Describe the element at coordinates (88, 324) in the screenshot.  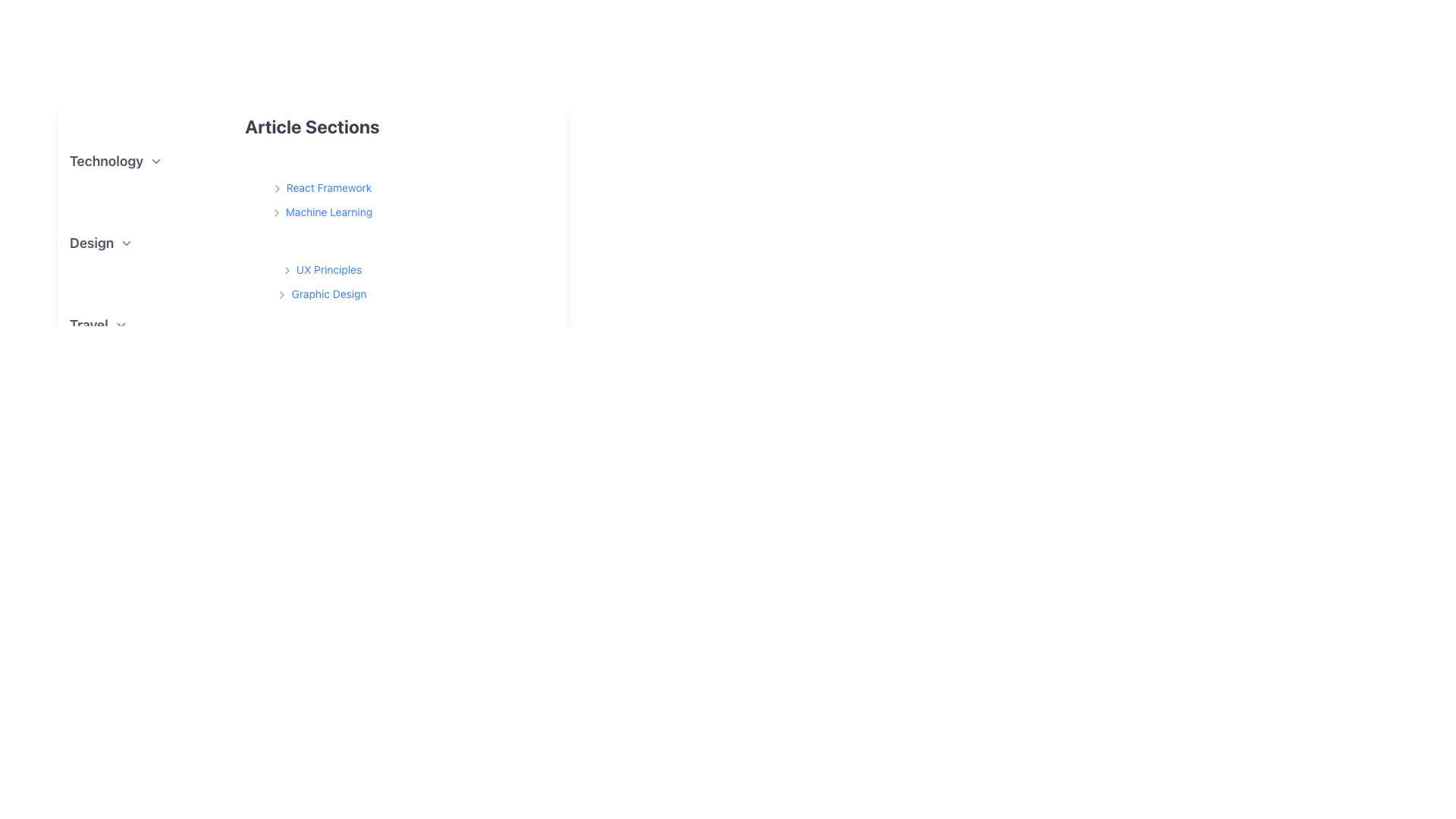
I see `on the bold text label displaying 'Travel' in dark gray font` at that location.